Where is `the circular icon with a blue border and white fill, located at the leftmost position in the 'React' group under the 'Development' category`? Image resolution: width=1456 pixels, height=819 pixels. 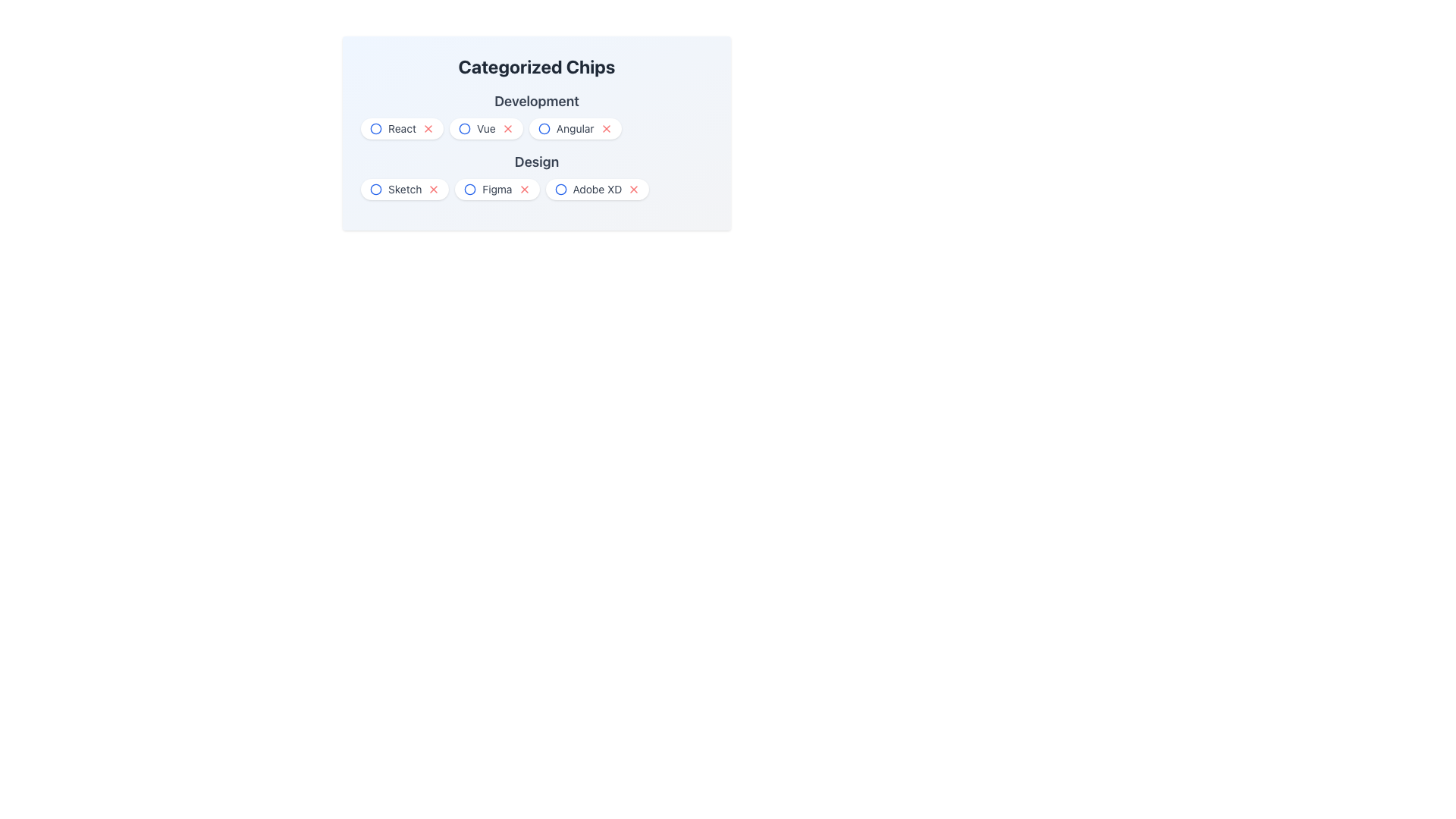
the circular icon with a blue border and white fill, located at the leftmost position in the 'React' group under the 'Development' category is located at coordinates (375, 127).